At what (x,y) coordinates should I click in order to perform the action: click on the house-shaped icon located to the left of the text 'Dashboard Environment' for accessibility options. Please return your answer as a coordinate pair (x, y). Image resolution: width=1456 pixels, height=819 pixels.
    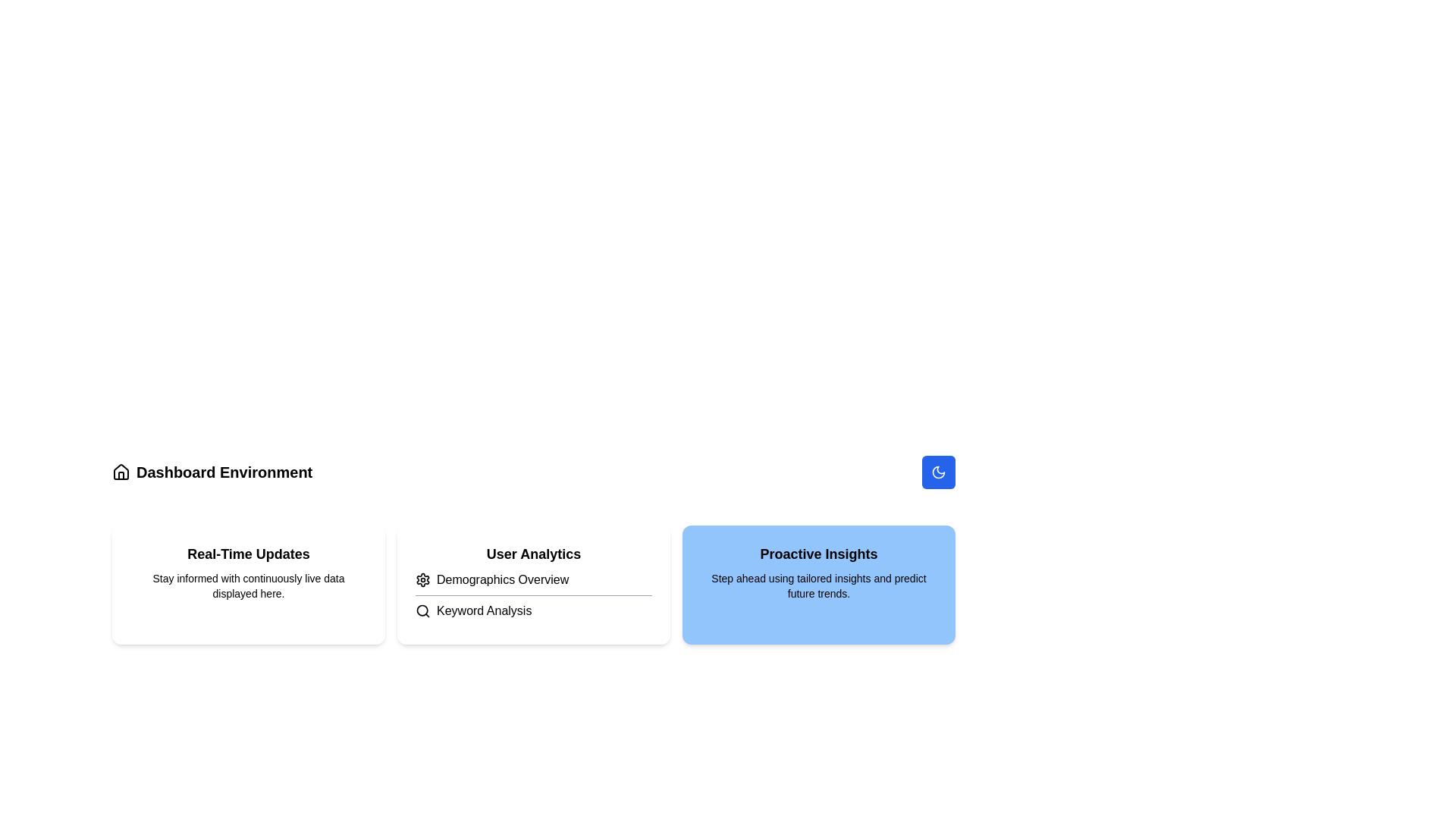
    Looking at the image, I should click on (120, 472).